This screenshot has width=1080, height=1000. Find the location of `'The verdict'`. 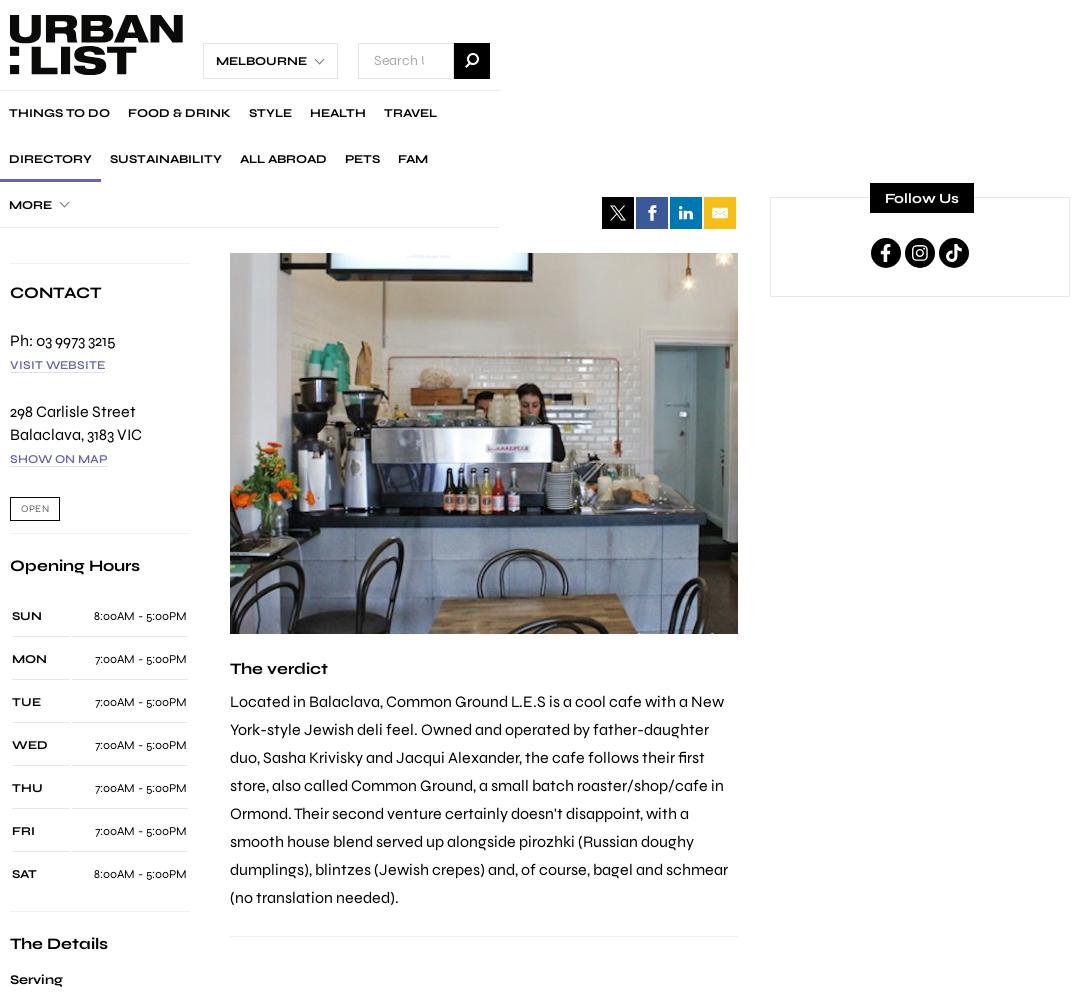

'The verdict' is located at coordinates (278, 668).